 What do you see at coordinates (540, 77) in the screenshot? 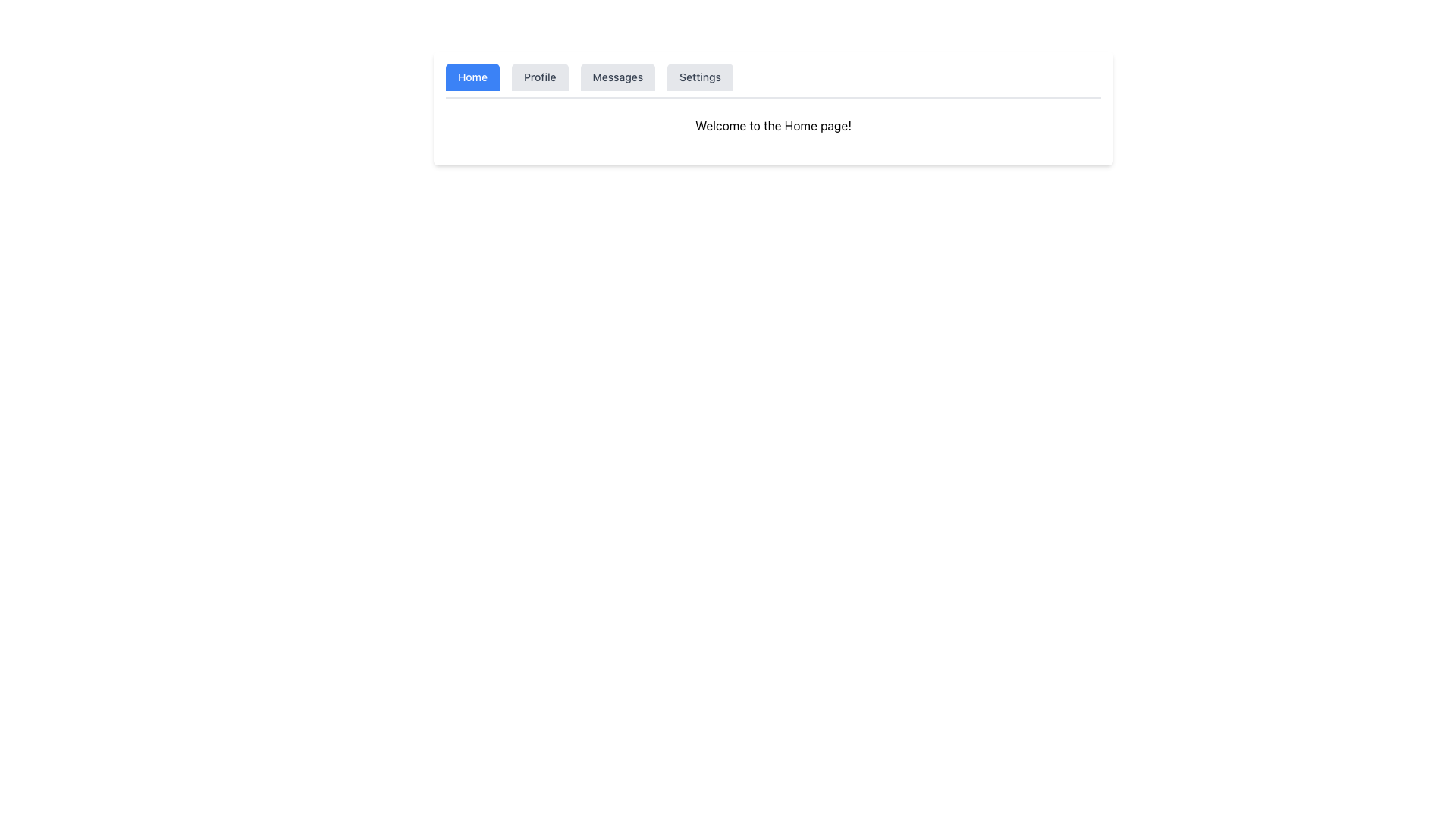
I see `the 'Profile' button, which is a rectangular button with a light gray background and dark gray, center-aligned text` at bounding box center [540, 77].